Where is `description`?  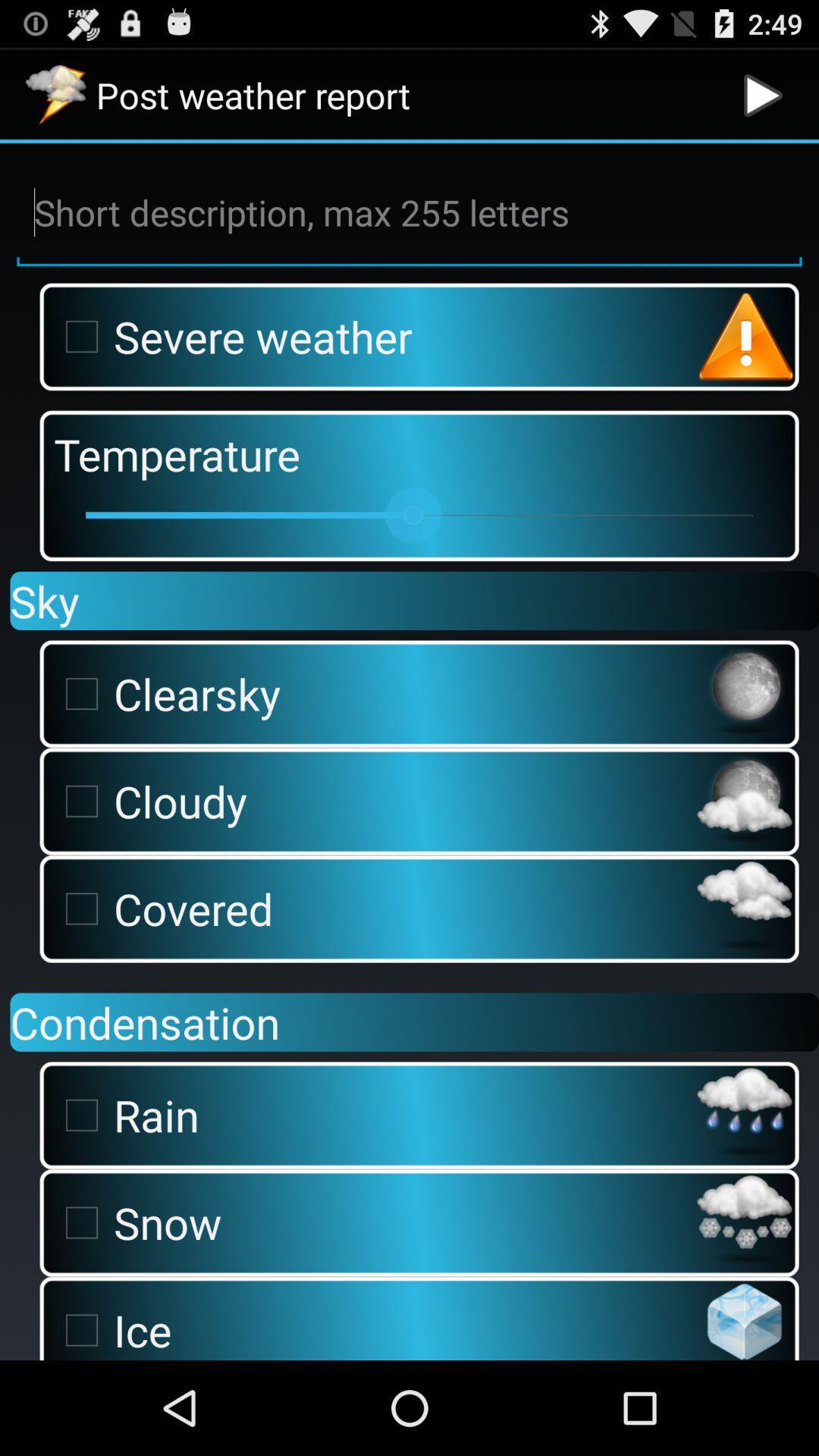 description is located at coordinates (409, 212).